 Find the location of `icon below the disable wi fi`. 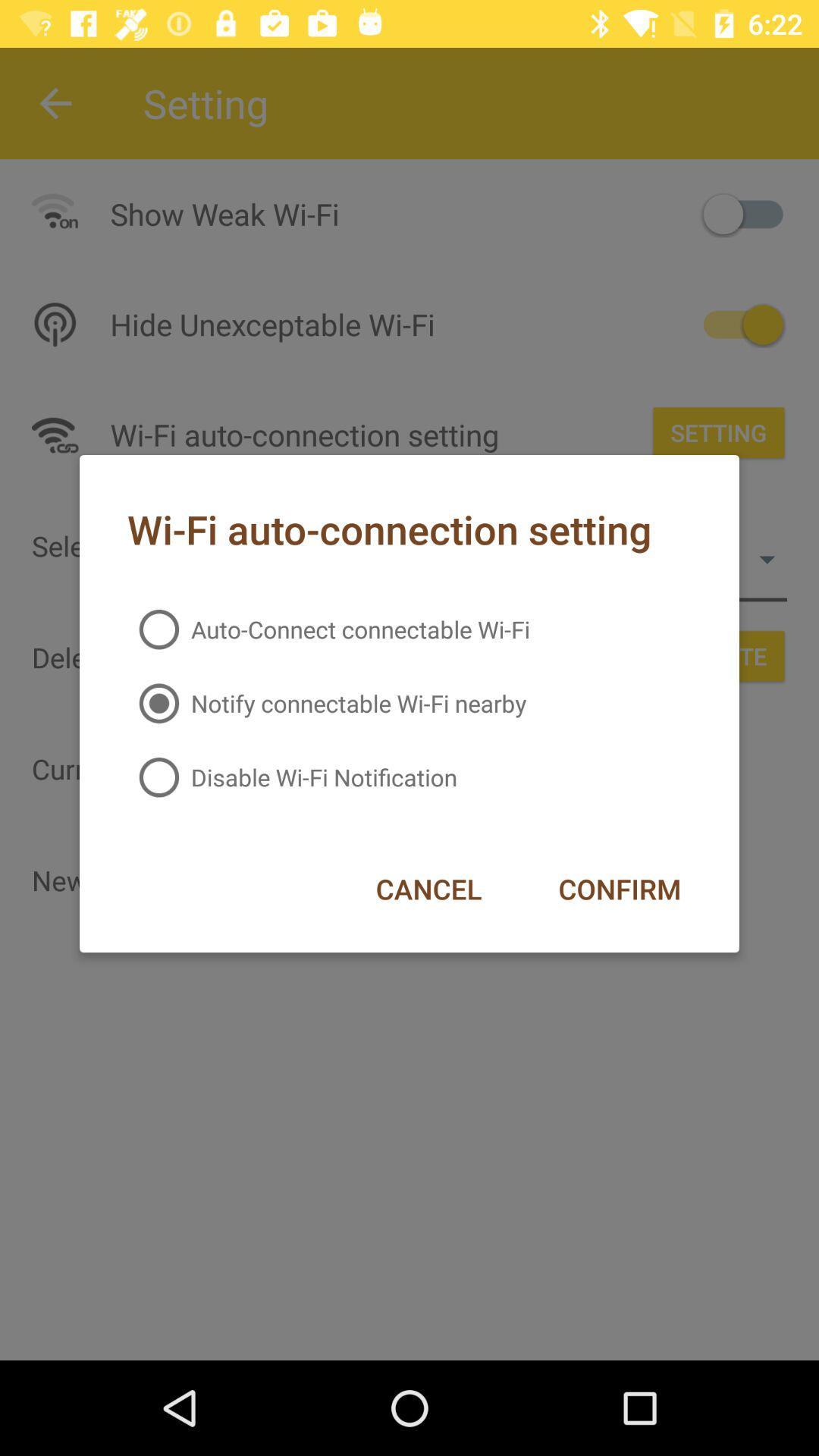

icon below the disable wi fi is located at coordinates (428, 889).